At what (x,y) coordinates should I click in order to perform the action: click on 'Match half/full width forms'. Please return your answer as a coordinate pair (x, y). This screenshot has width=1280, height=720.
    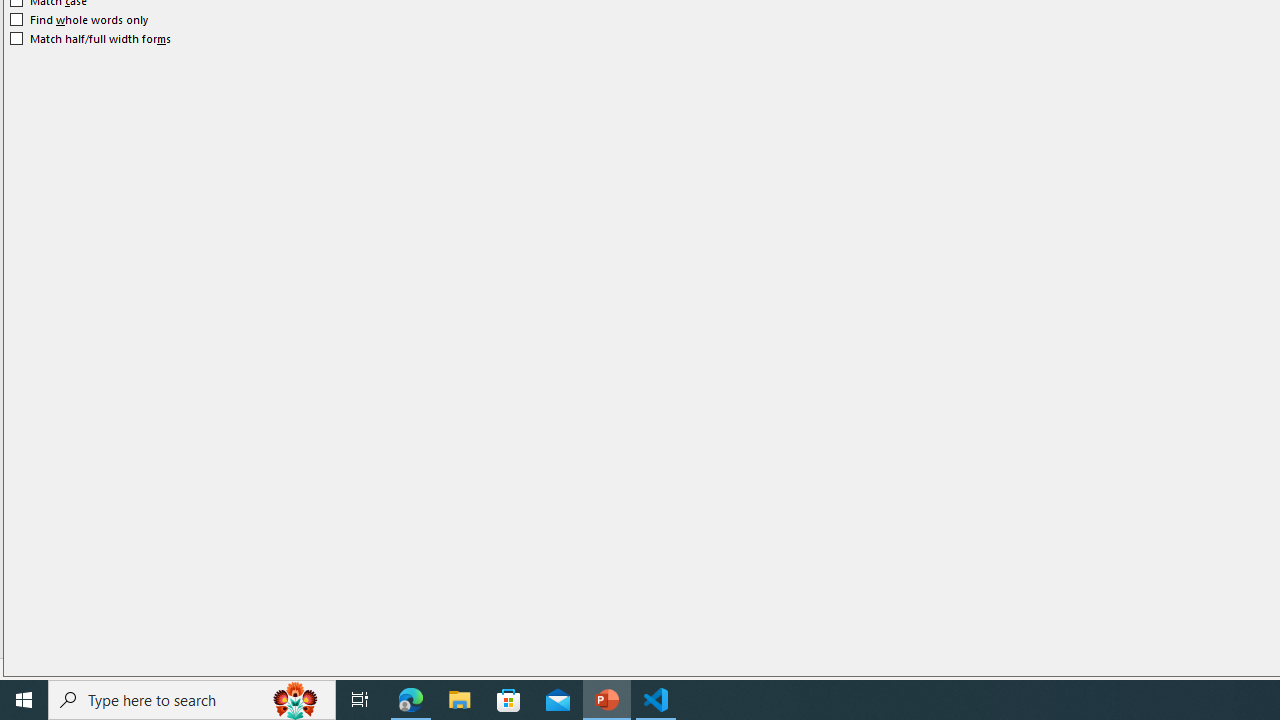
    Looking at the image, I should click on (90, 38).